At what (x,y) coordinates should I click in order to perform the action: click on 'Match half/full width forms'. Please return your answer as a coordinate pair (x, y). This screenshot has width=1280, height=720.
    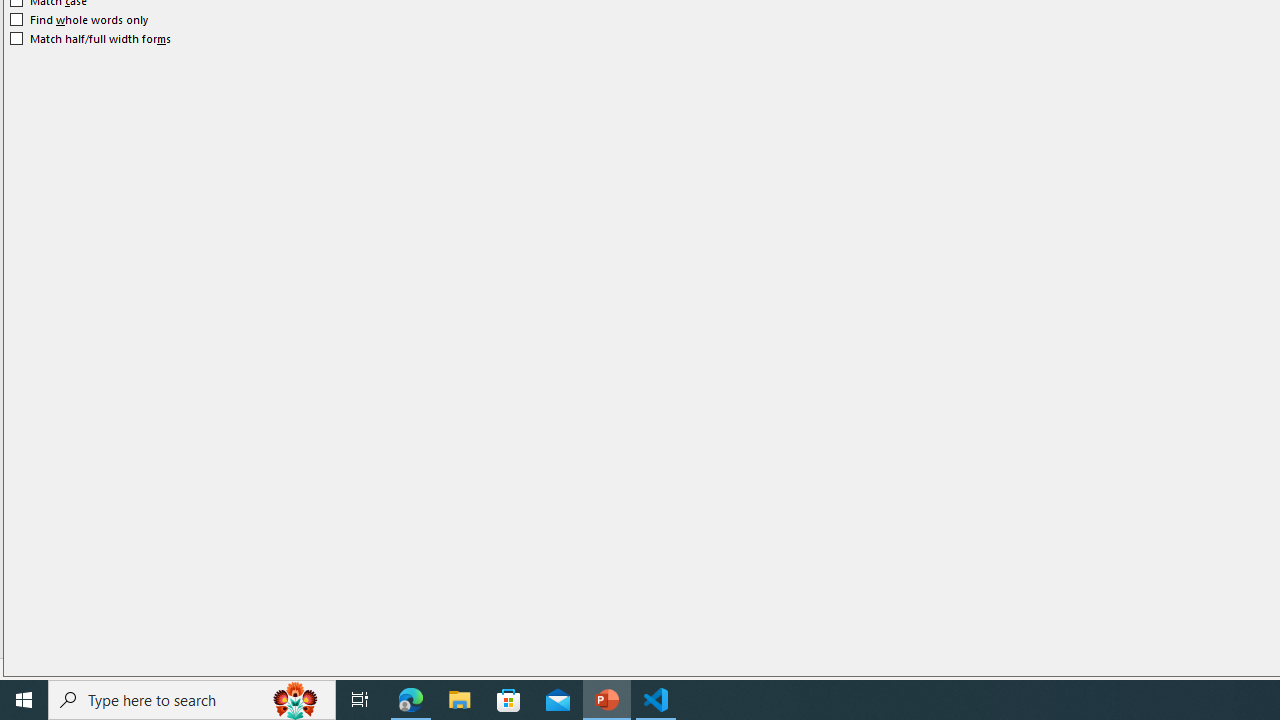
    Looking at the image, I should click on (90, 38).